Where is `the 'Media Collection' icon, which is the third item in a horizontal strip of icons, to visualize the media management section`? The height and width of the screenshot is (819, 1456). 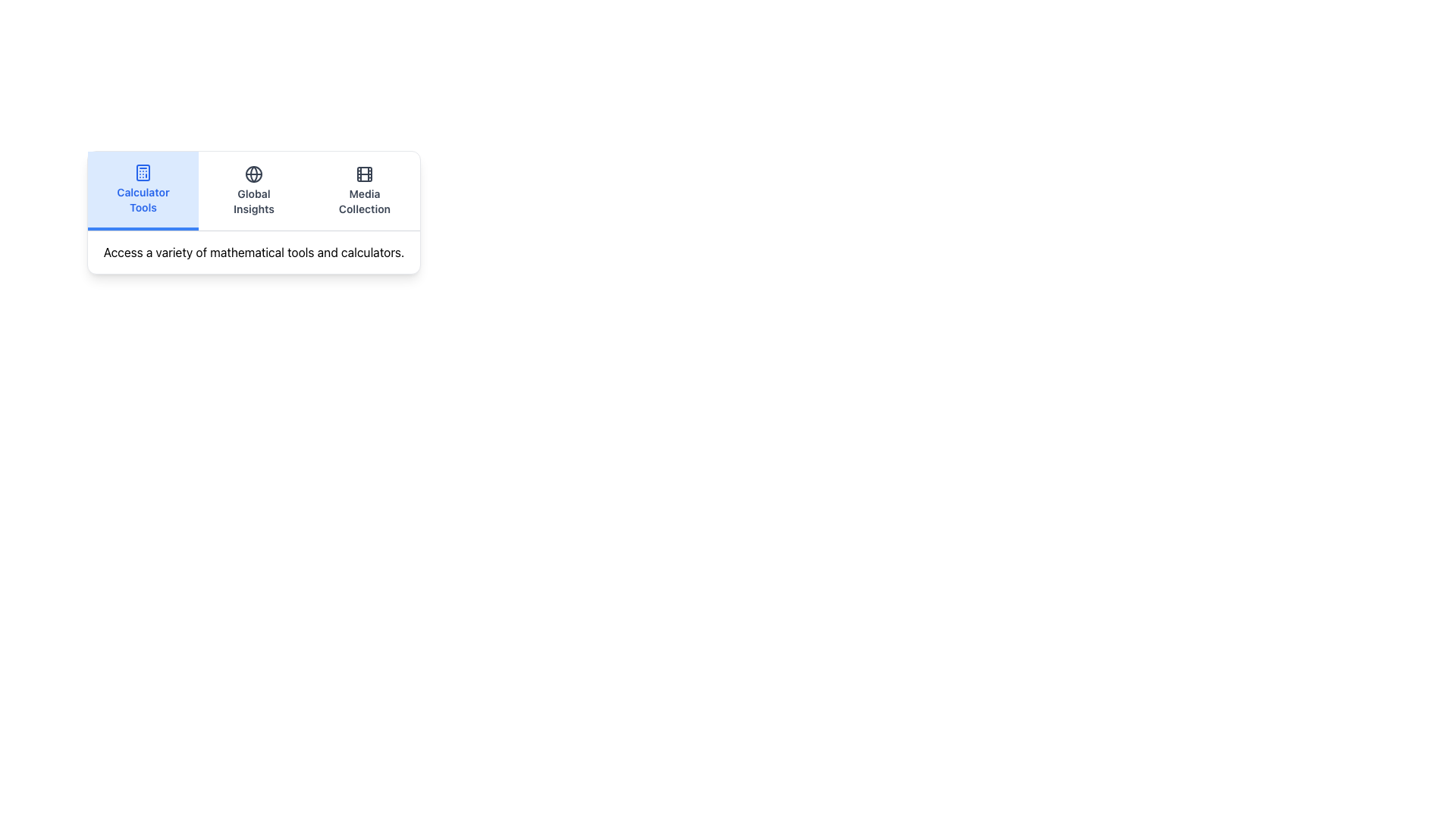 the 'Media Collection' icon, which is the third item in a horizontal strip of icons, to visualize the media management section is located at coordinates (364, 174).